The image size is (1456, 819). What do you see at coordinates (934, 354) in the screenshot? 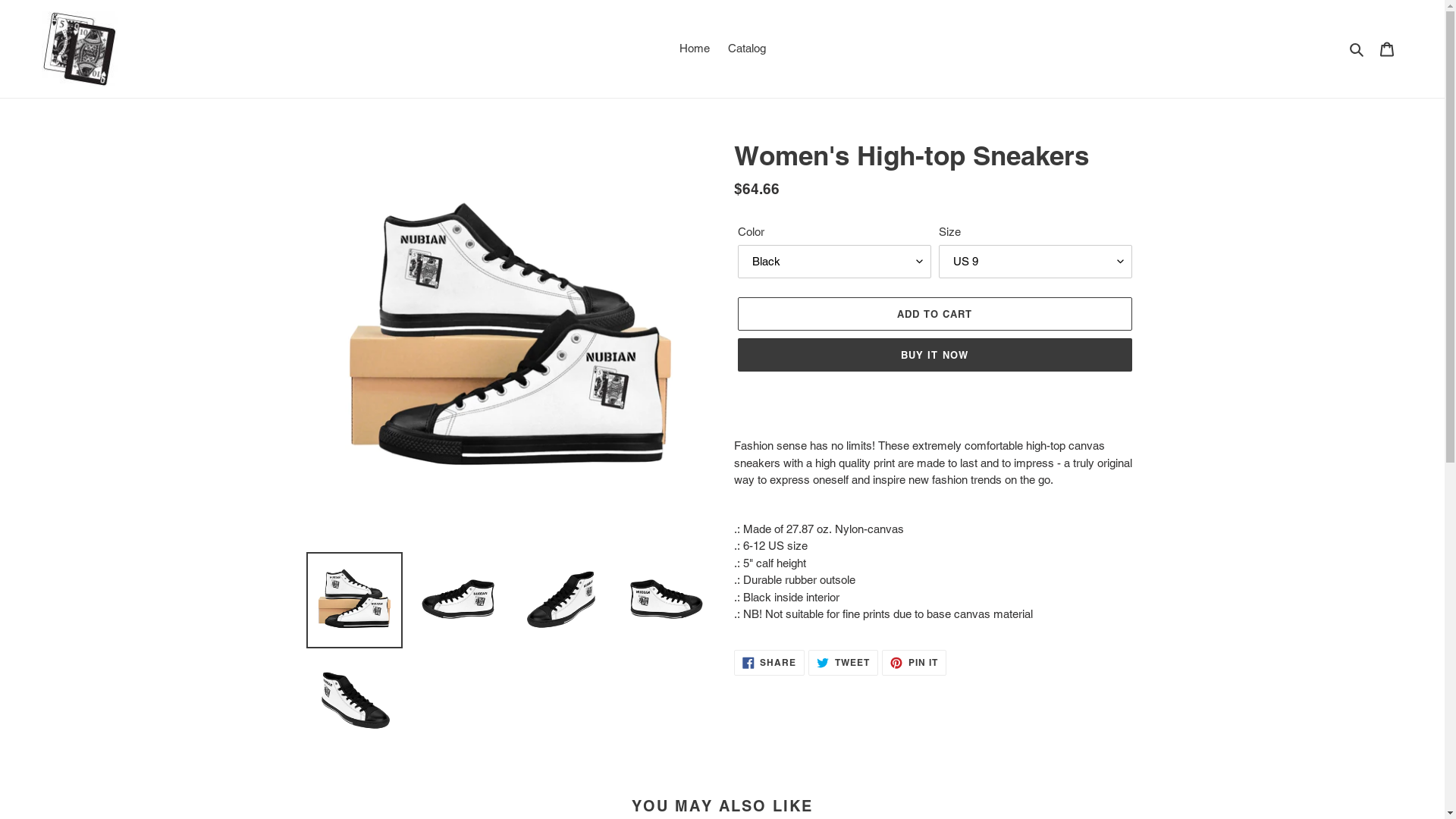
I see `'BUY IT NOW'` at bounding box center [934, 354].